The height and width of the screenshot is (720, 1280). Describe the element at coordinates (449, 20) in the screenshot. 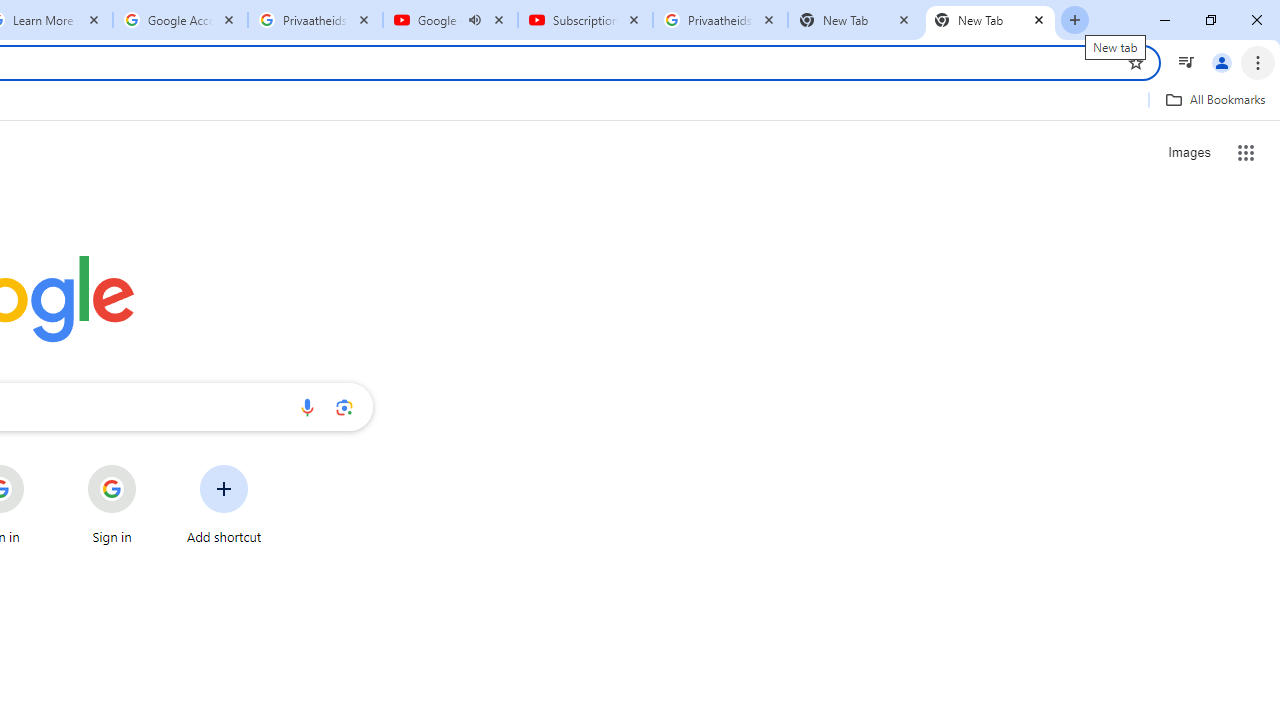

I see `'Google - YouTube - Audio playing'` at that location.